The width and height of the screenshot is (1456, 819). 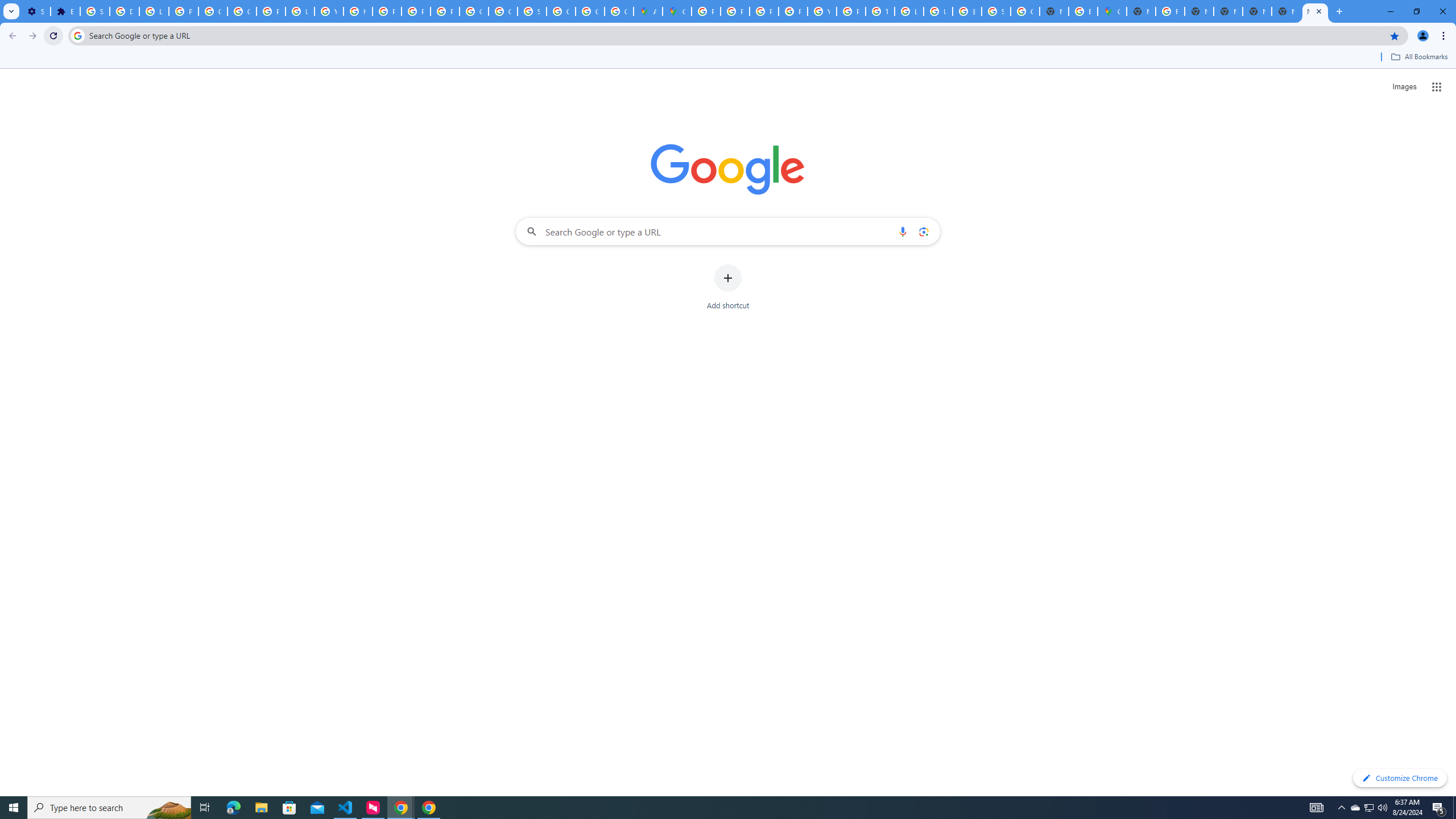 I want to click on 'Add shortcut', so click(x=728, y=287).